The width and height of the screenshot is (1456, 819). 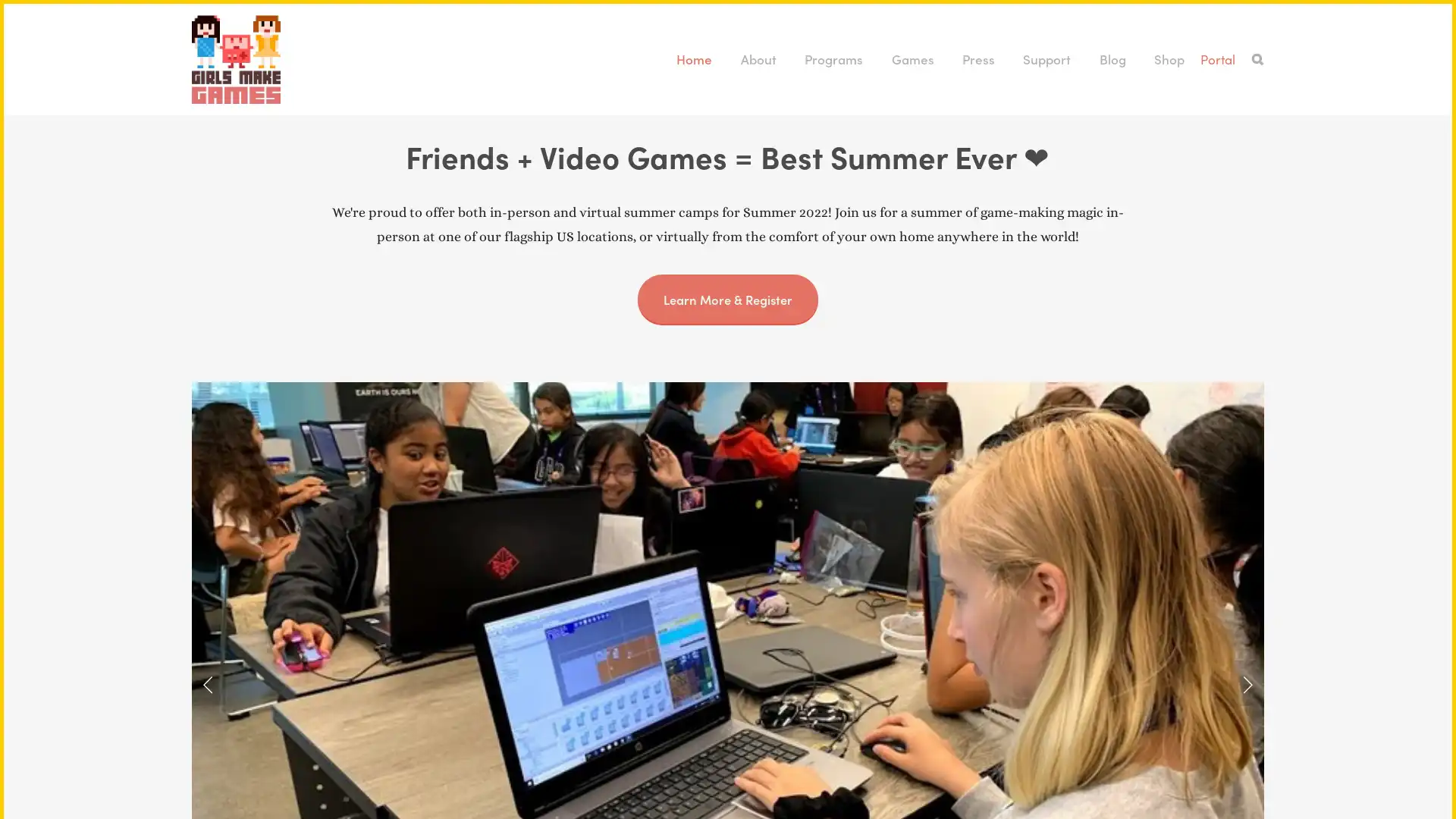 What do you see at coordinates (207, 683) in the screenshot?
I see `Previous Slide` at bounding box center [207, 683].